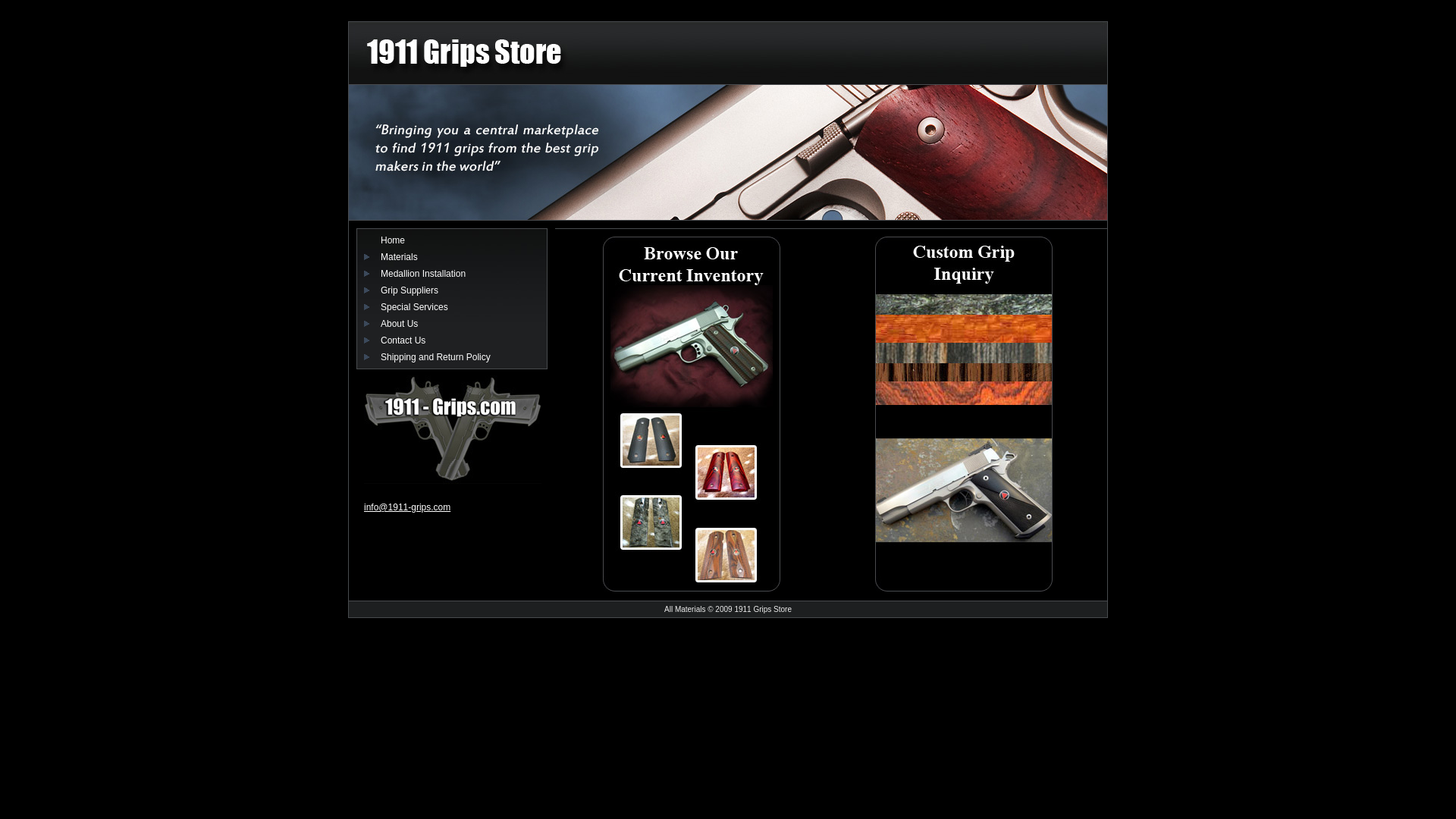  What do you see at coordinates (381, 323) in the screenshot?
I see `'About Us'` at bounding box center [381, 323].